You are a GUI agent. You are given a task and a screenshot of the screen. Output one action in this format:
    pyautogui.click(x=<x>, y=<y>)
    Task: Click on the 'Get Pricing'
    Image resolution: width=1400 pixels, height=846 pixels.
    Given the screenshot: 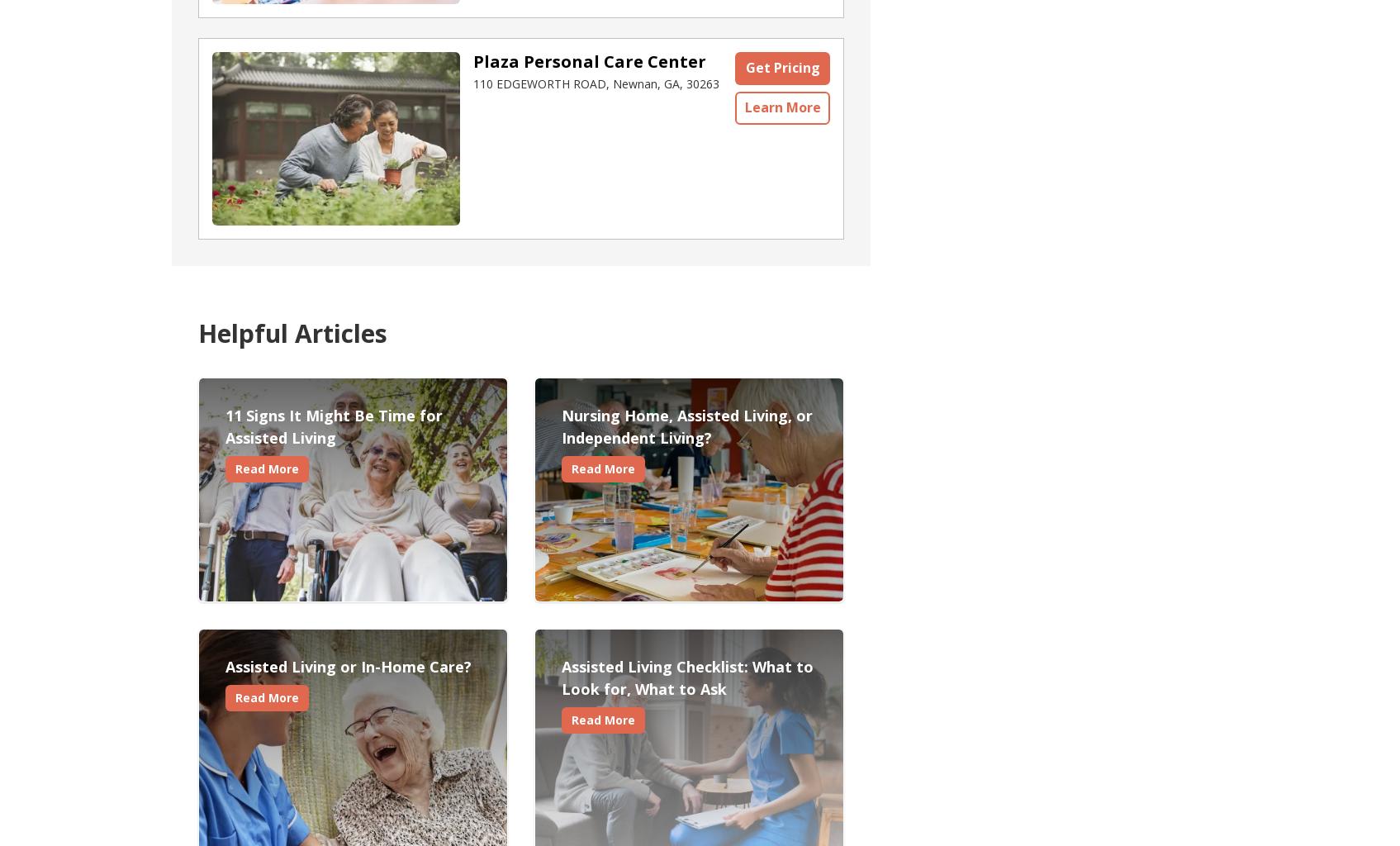 What is the action you would take?
    pyautogui.click(x=781, y=67)
    